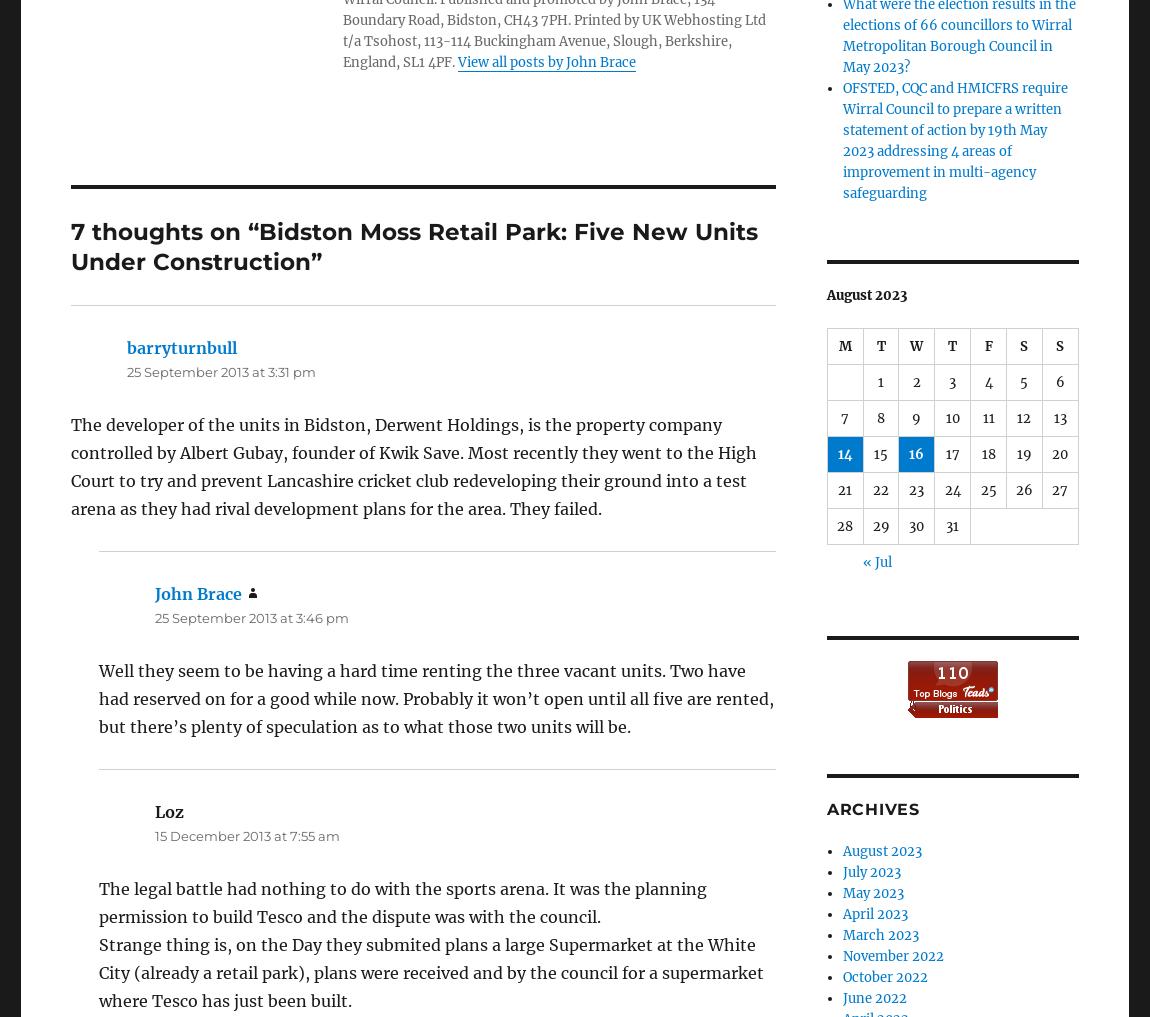 The image size is (1150, 1017). What do you see at coordinates (980, 489) in the screenshot?
I see `'25'` at bounding box center [980, 489].